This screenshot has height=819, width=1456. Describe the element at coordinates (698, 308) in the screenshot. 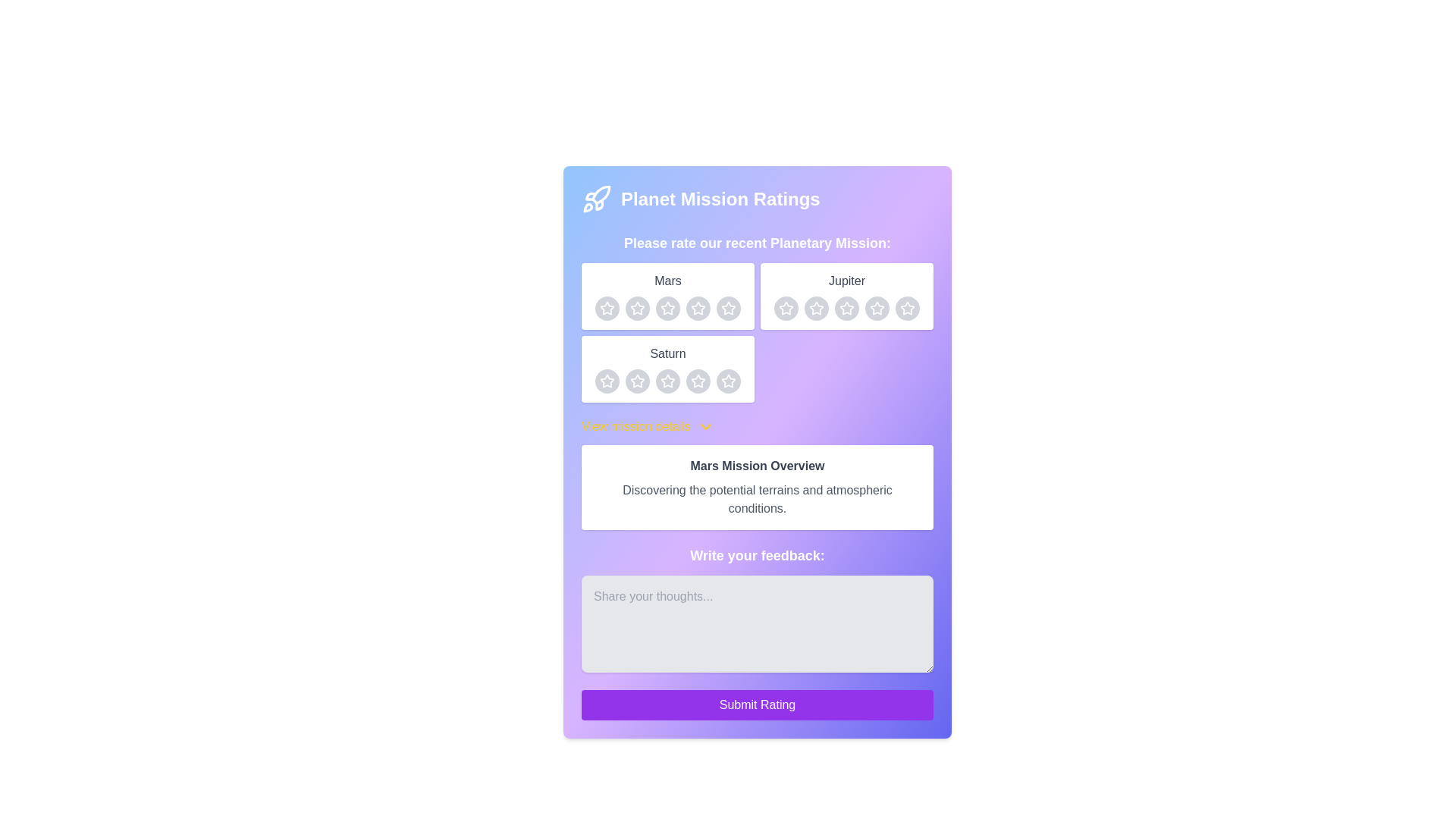

I see `the fourth star button in the 'Mars' rating section` at that location.